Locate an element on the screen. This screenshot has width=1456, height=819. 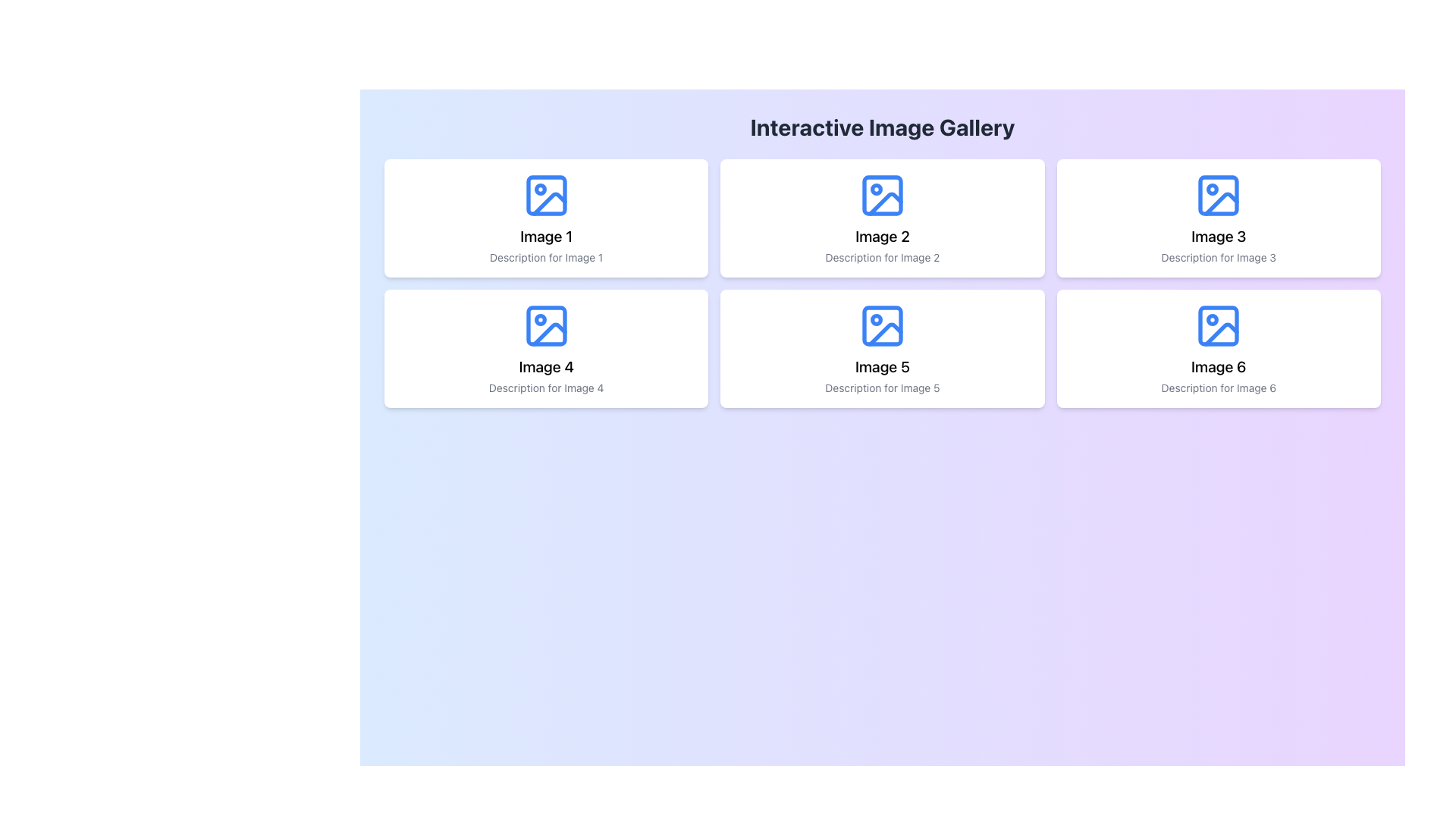
the Card representing 'Image 4', located in the second row and first column of the grid layout, which serves as a clickable element for additional details is located at coordinates (546, 348).